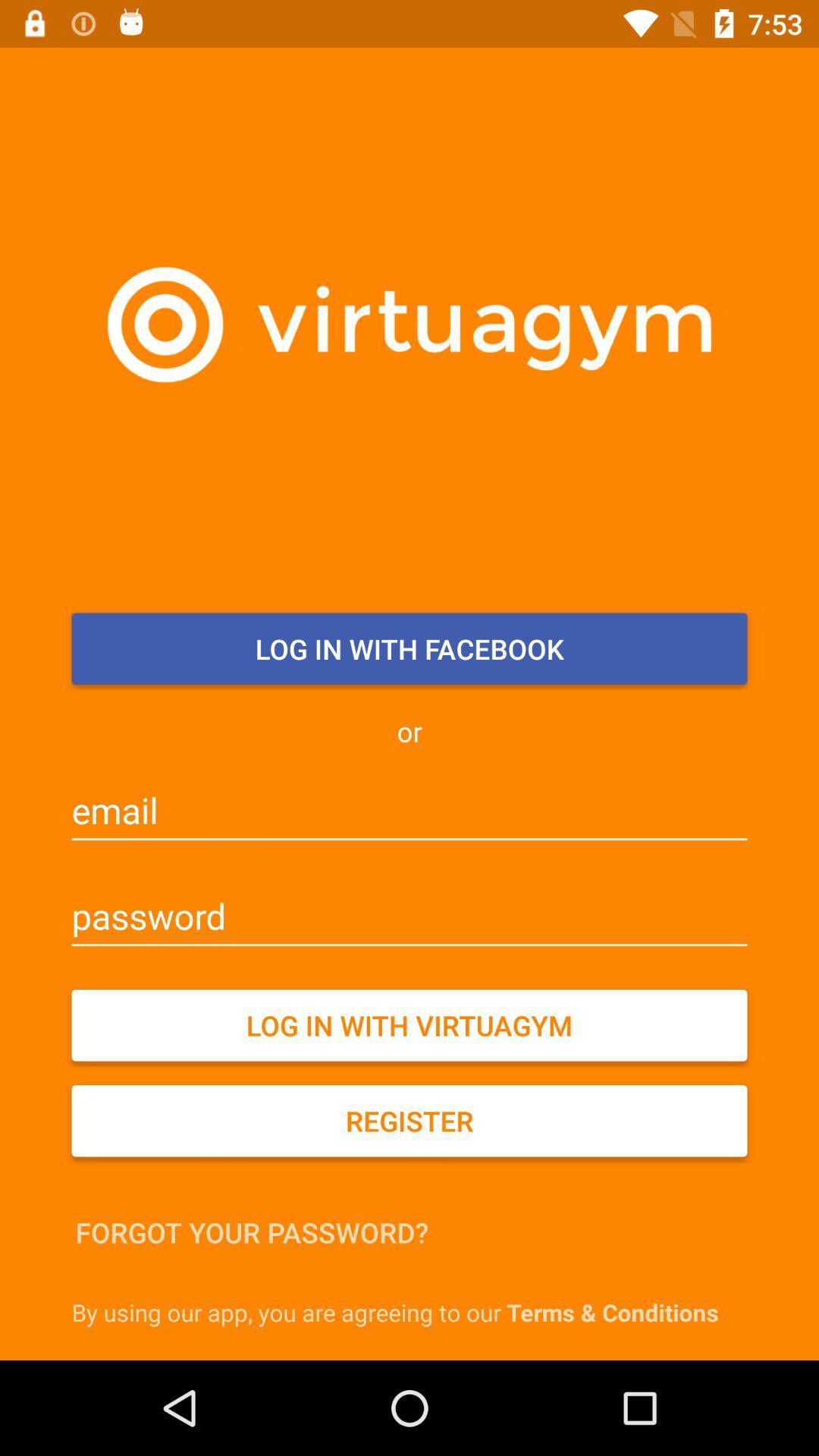 The height and width of the screenshot is (1456, 819). I want to click on the icon above the forgot your password? item, so click(409, 1121).